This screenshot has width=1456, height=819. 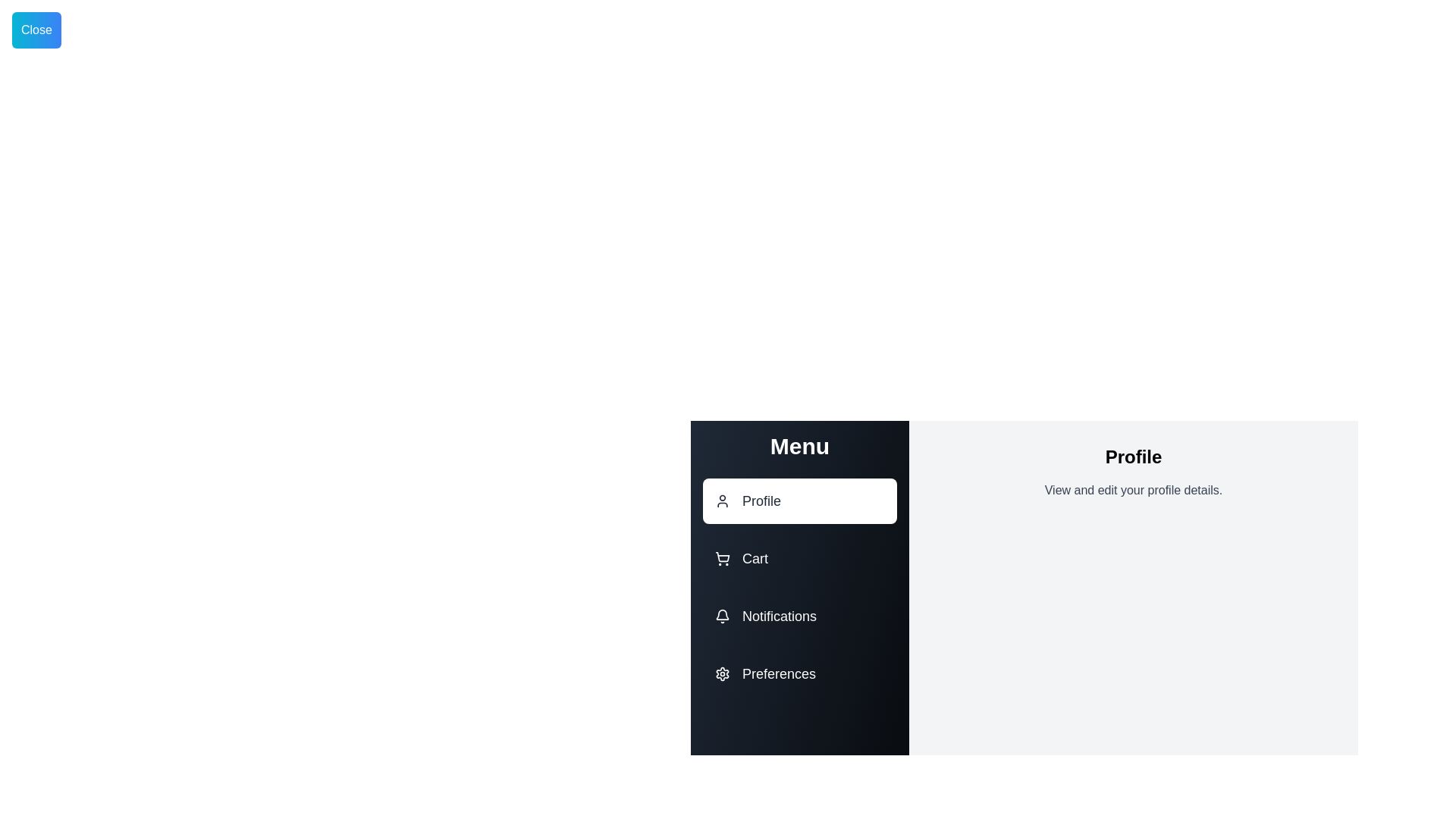 What do you see at coordinates (799, 558) in the screenshot?
I see `the menu option Cart by clicking on its corresponding area` at bounding box center [799, 558].